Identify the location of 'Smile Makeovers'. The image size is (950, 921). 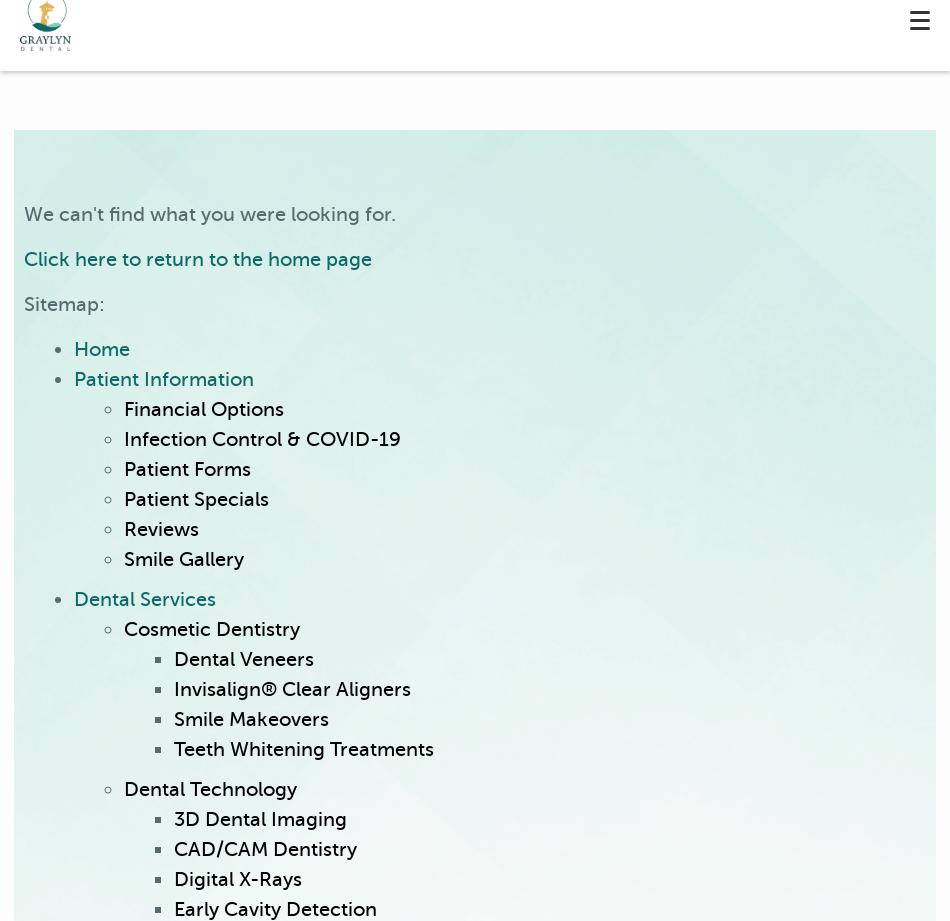
(250, 719).